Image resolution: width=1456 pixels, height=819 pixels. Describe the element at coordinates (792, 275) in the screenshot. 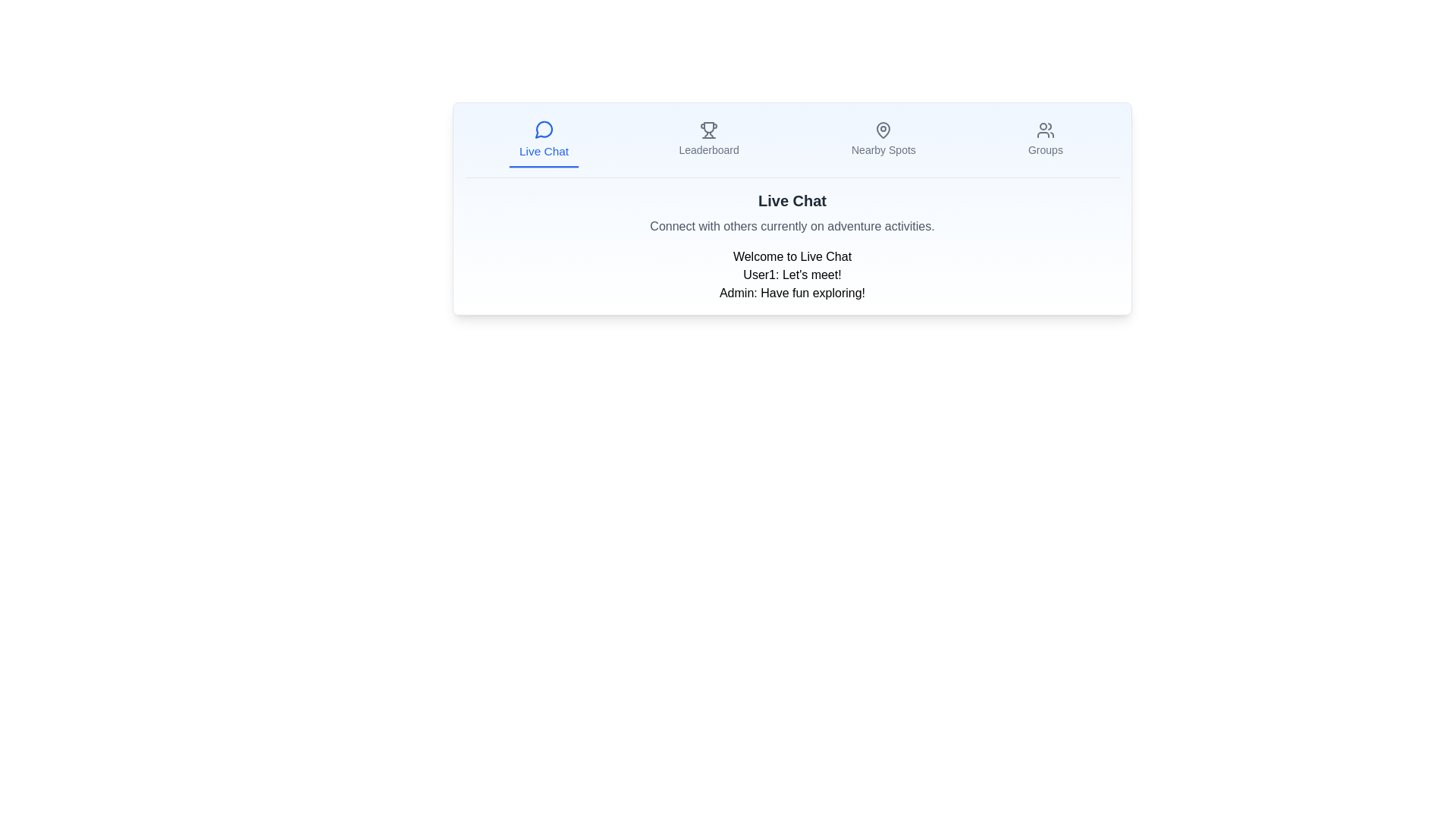

I see `the text block containing multiple lines of dialogue starting with 'Welcome to Live Chat', positioned at the bottom of the section under the title 'Live Chat'` at that location.